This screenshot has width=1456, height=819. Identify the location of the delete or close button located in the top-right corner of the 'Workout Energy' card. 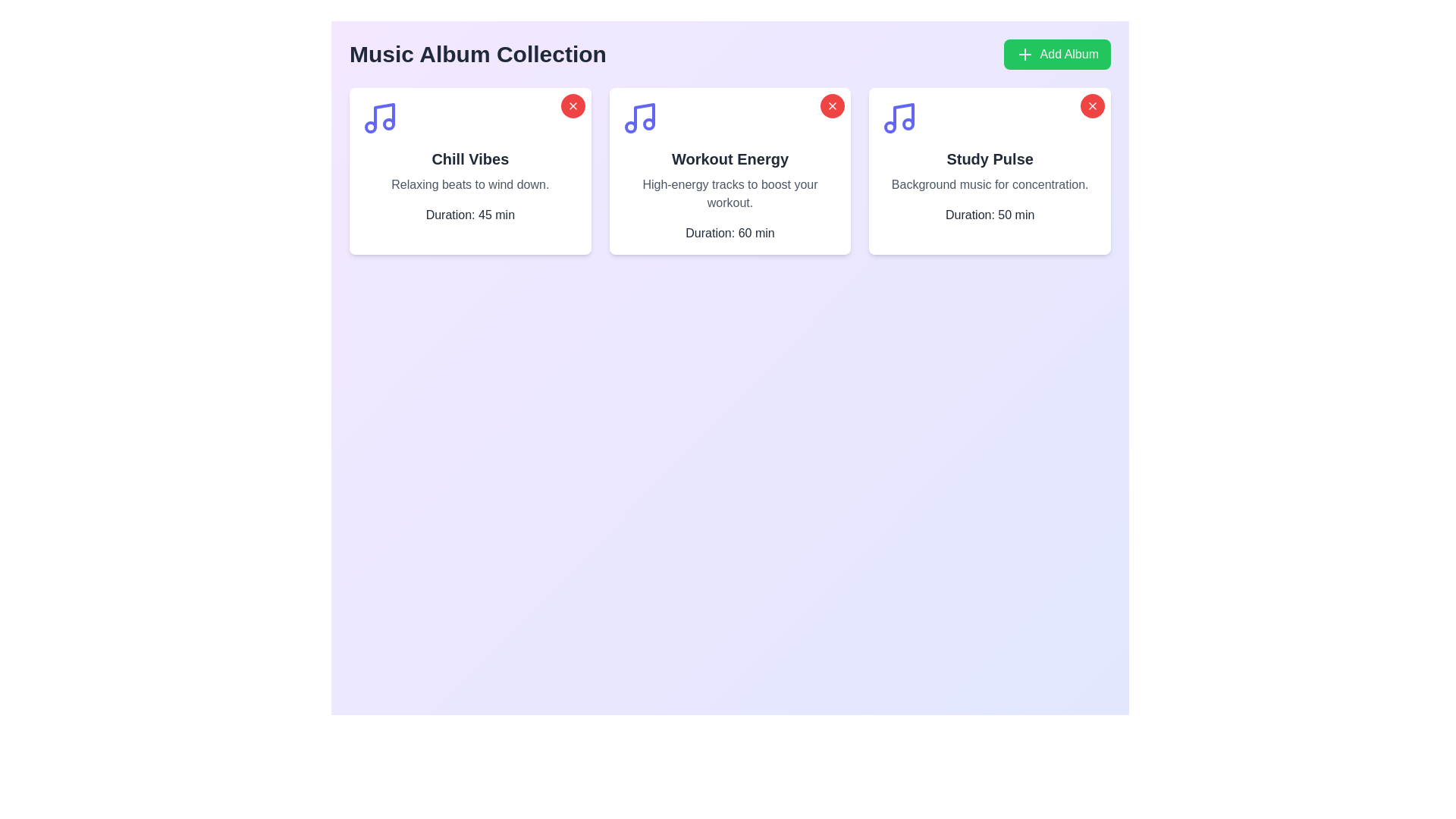
(832, 105).